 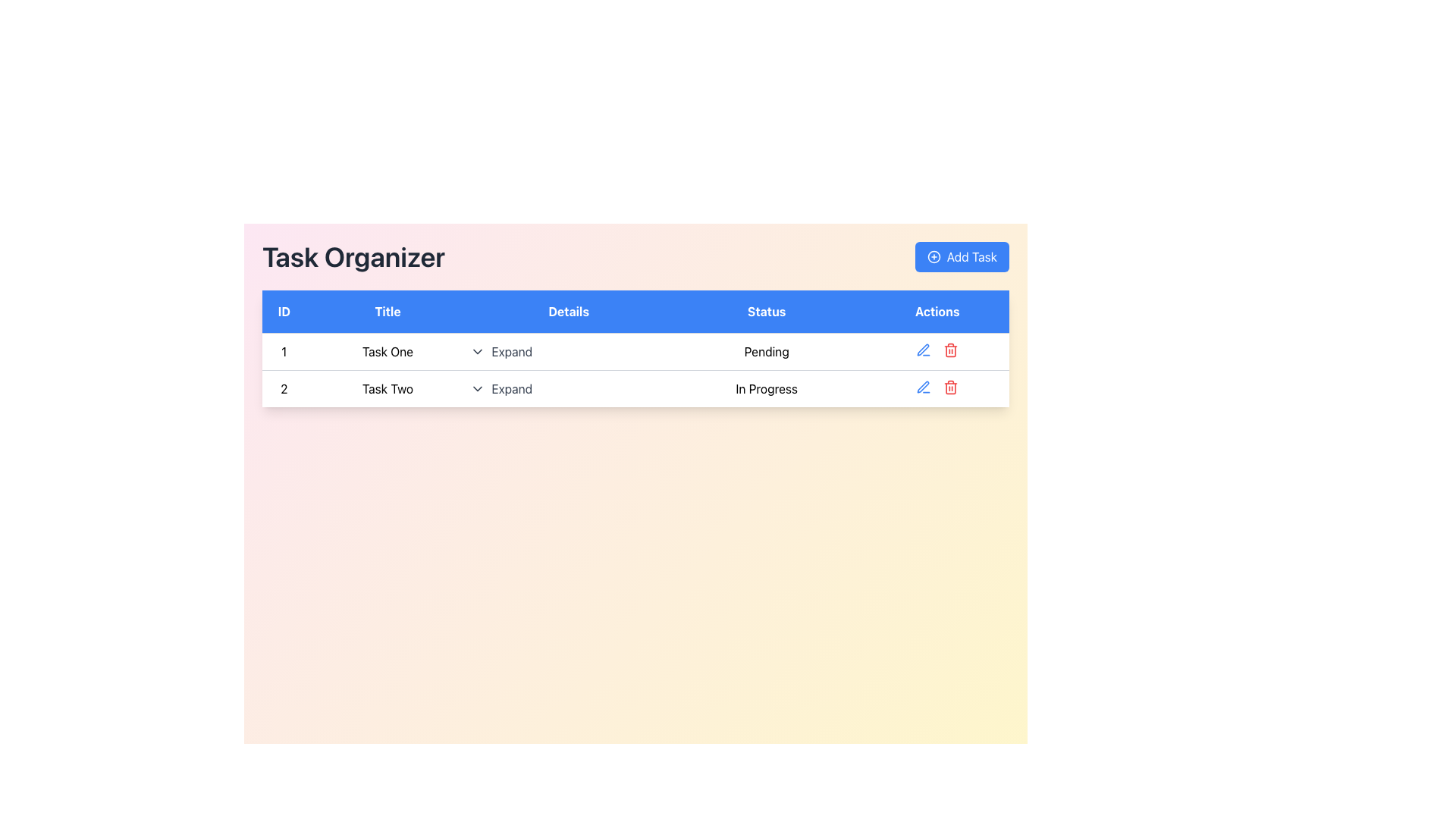 I want to click on the edit action button located in the Actions column of the second row in the table, so click(x=923, y=350).